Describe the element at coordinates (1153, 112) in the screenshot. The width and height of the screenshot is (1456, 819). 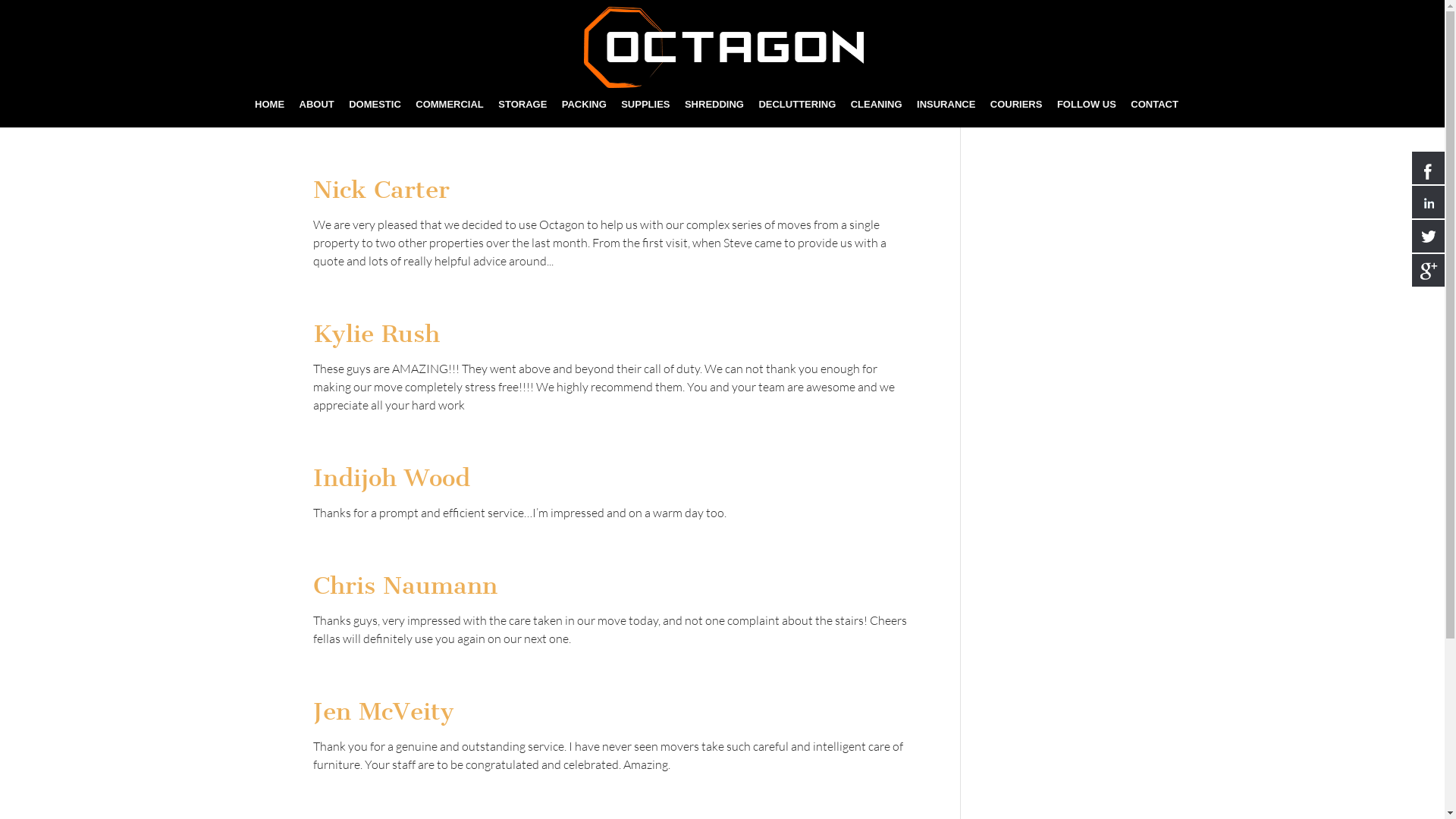
I see `'CONTACT'` at that location.